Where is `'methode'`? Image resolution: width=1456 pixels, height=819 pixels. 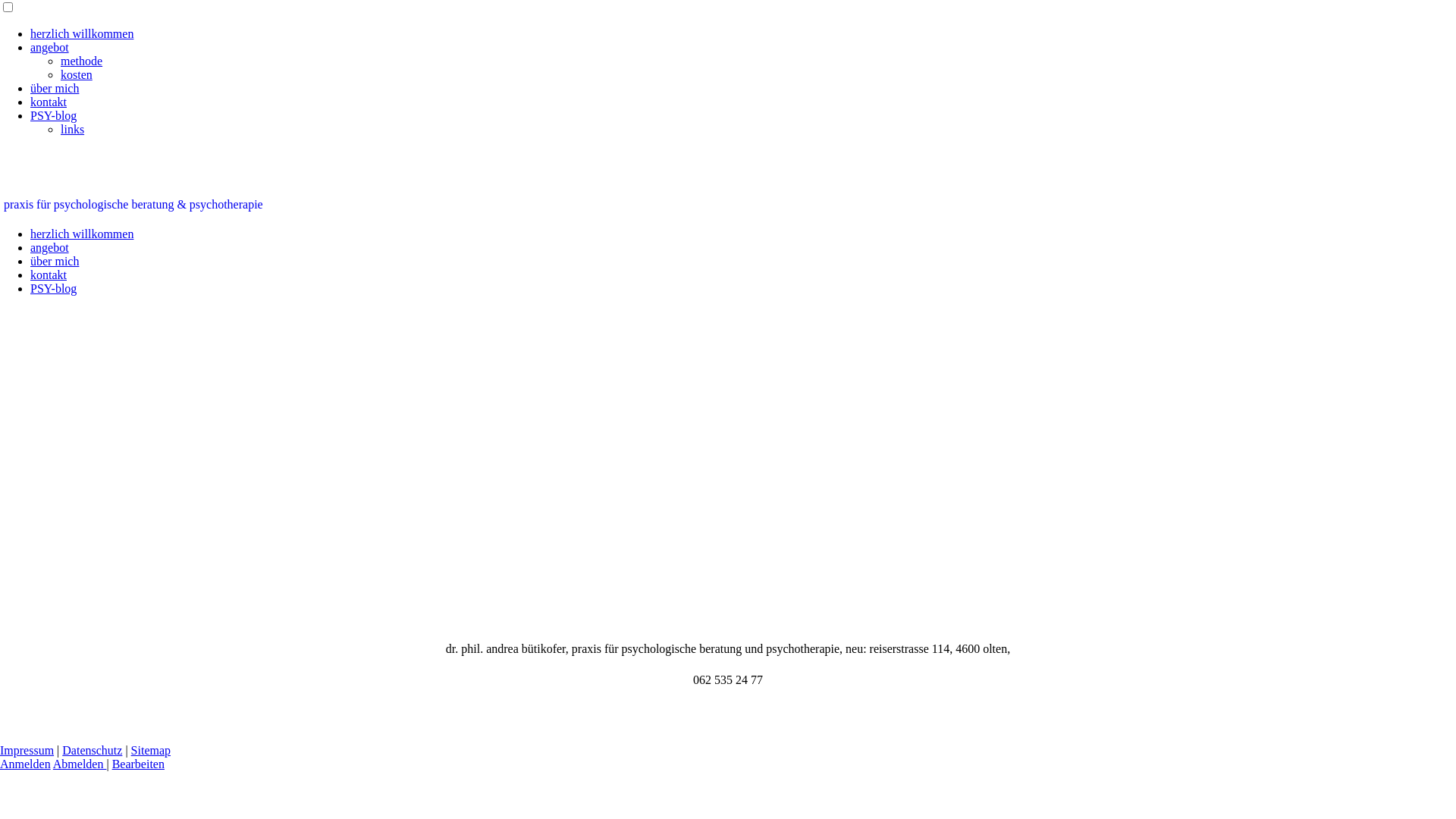 'methode' is located at coordinates (80, 60).